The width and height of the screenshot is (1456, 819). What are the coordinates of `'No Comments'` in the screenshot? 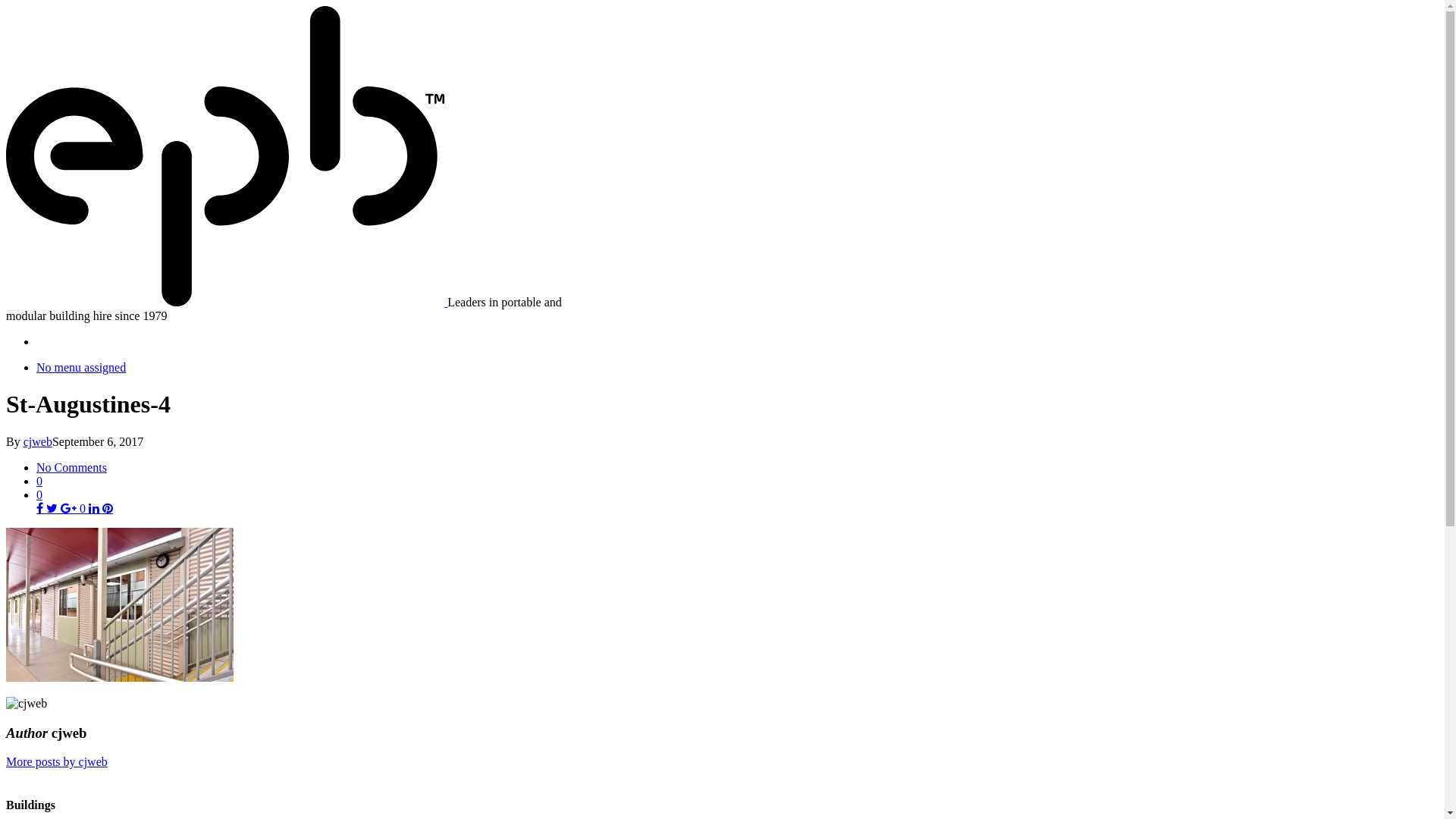 It's located at (71, 466).